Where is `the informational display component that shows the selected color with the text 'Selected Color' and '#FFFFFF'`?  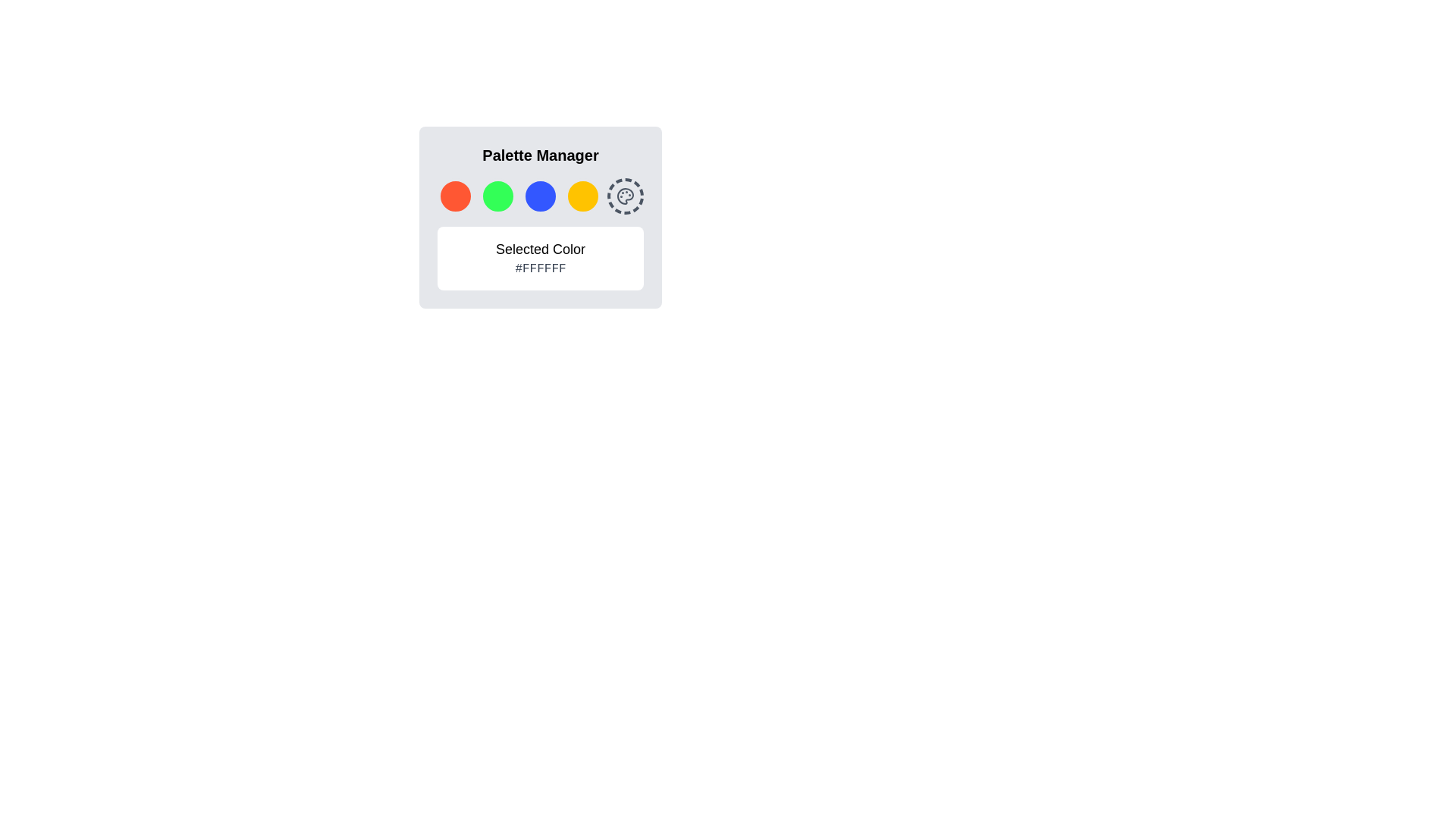
the informational display component that shows the selected color with the text 'Selected Color' and '#FFFFFF' is located at coordinates (541, 257).